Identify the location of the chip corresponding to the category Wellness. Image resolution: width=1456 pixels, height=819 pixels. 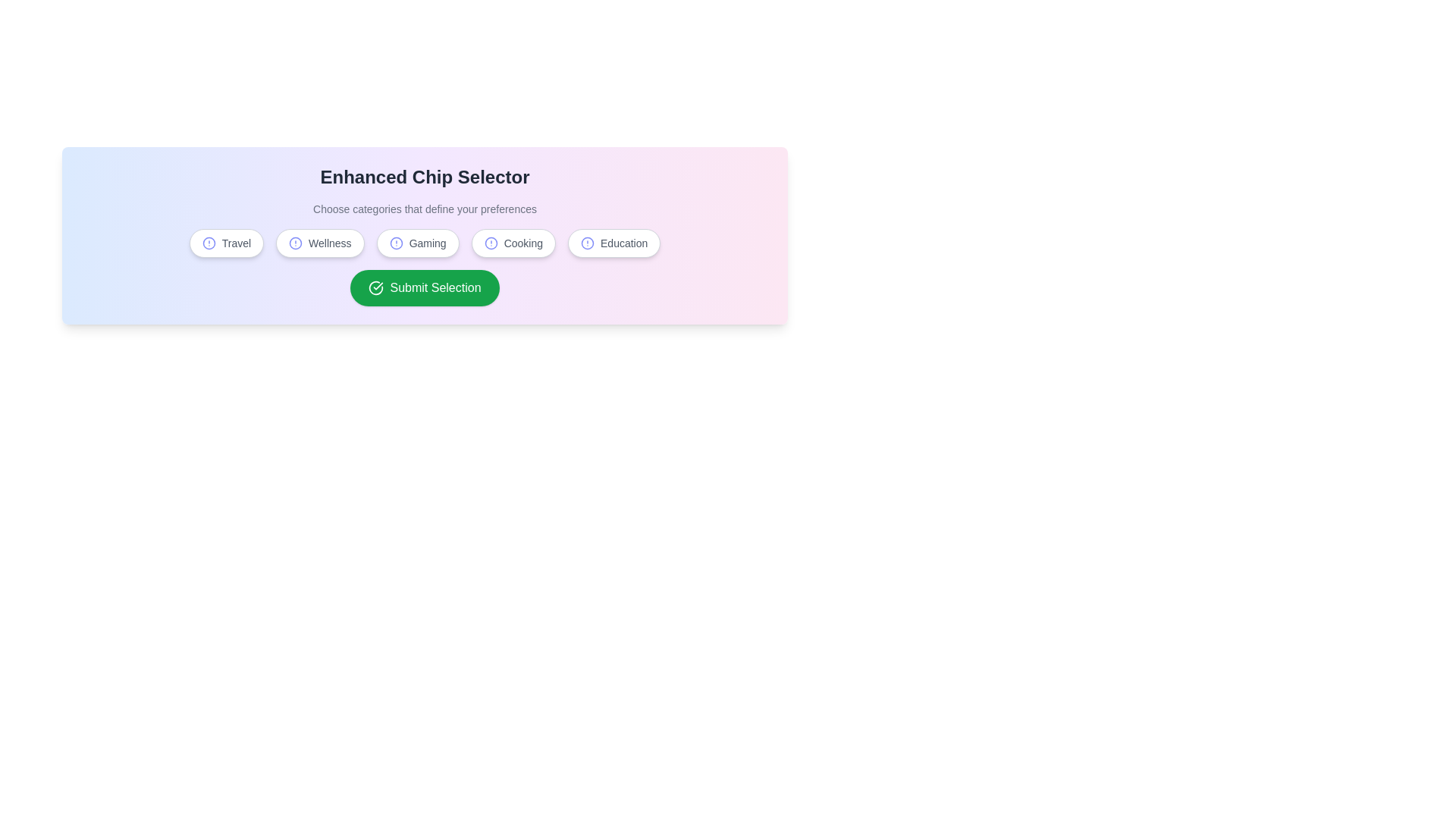
(319, 242).